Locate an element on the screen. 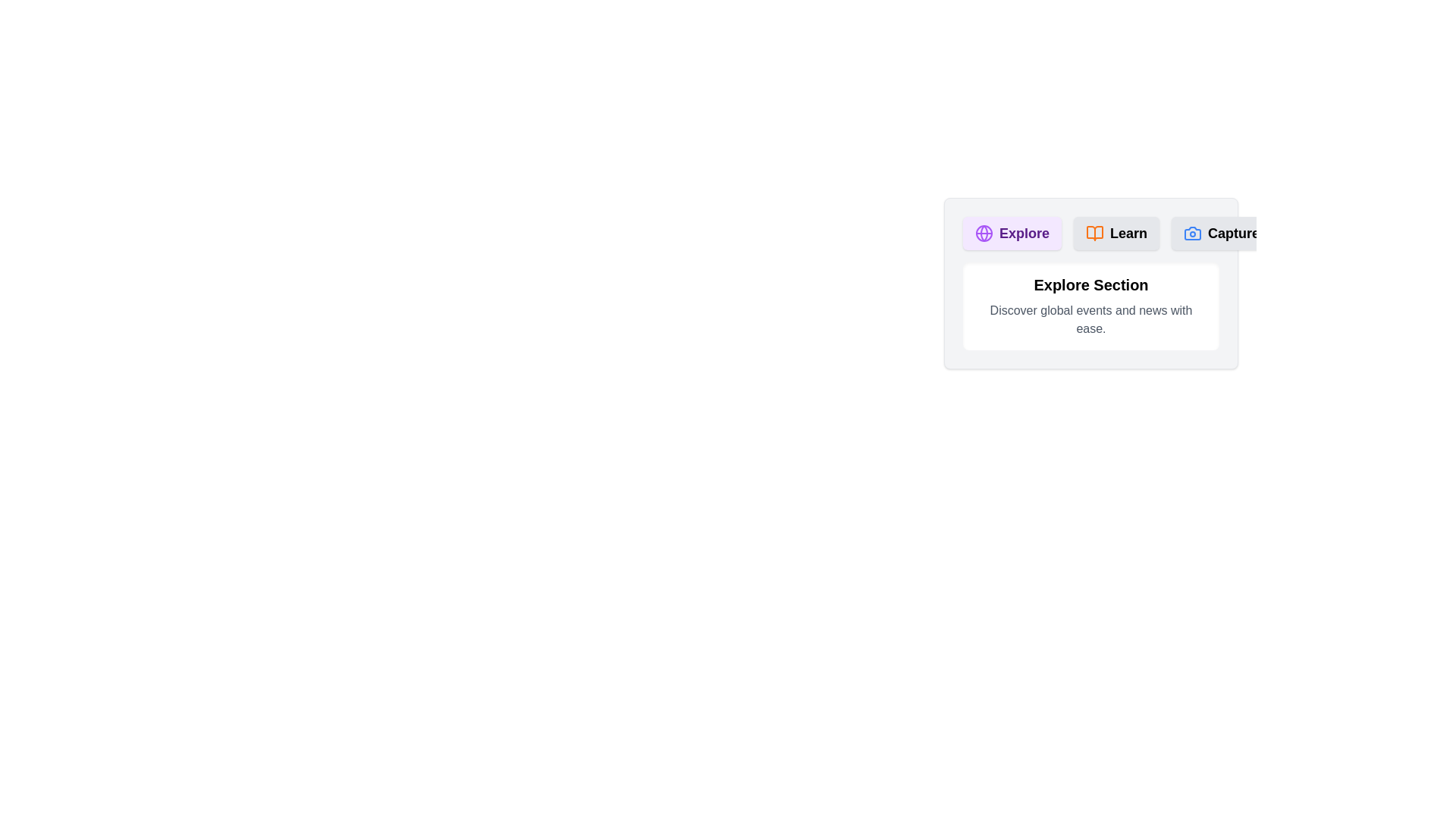 This screenshot has width=1456, height=819. the Capture tab to view its content is located at coordinates (1222, 234).